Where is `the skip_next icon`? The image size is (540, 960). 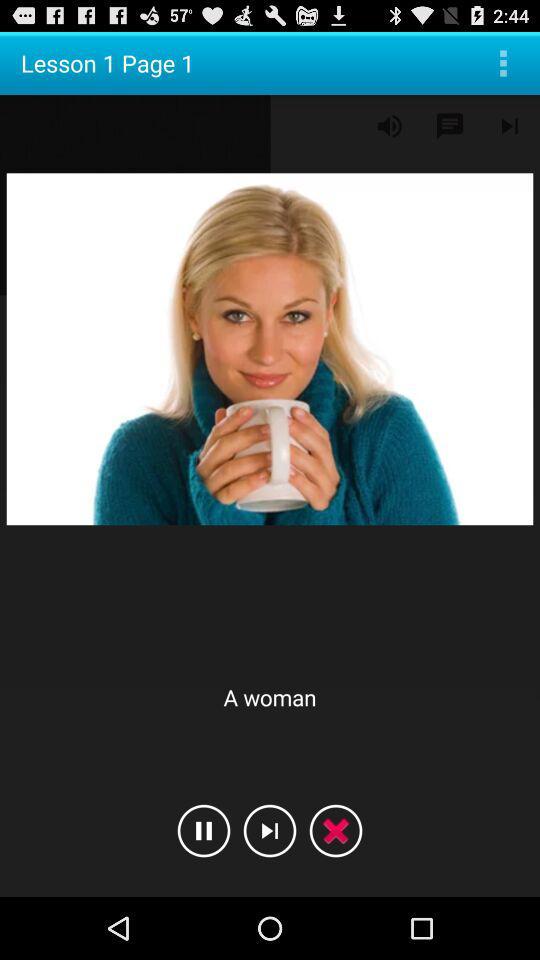 the skip_next icon is located at coordinates (270, 888).